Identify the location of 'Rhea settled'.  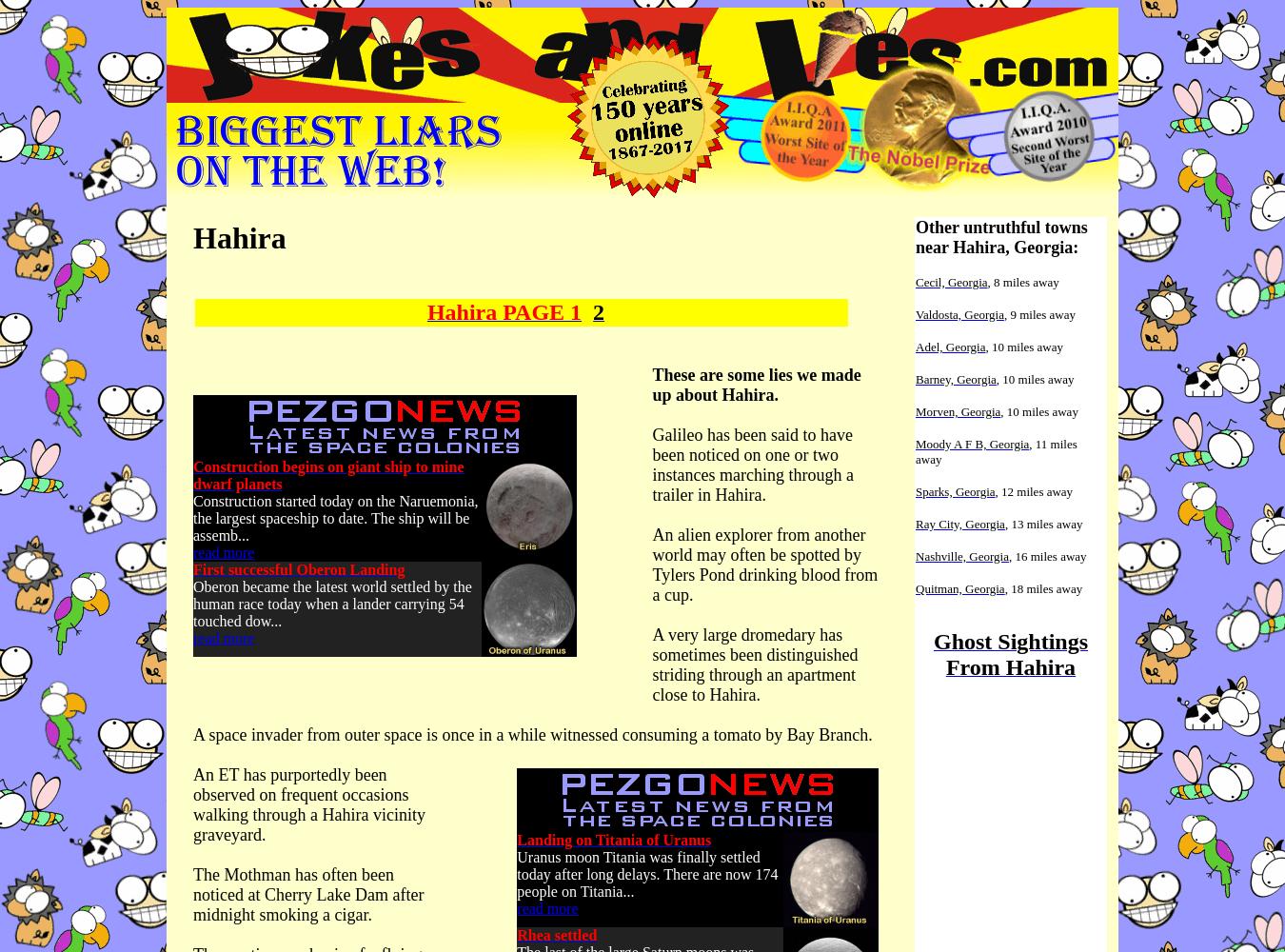
(556, 934).